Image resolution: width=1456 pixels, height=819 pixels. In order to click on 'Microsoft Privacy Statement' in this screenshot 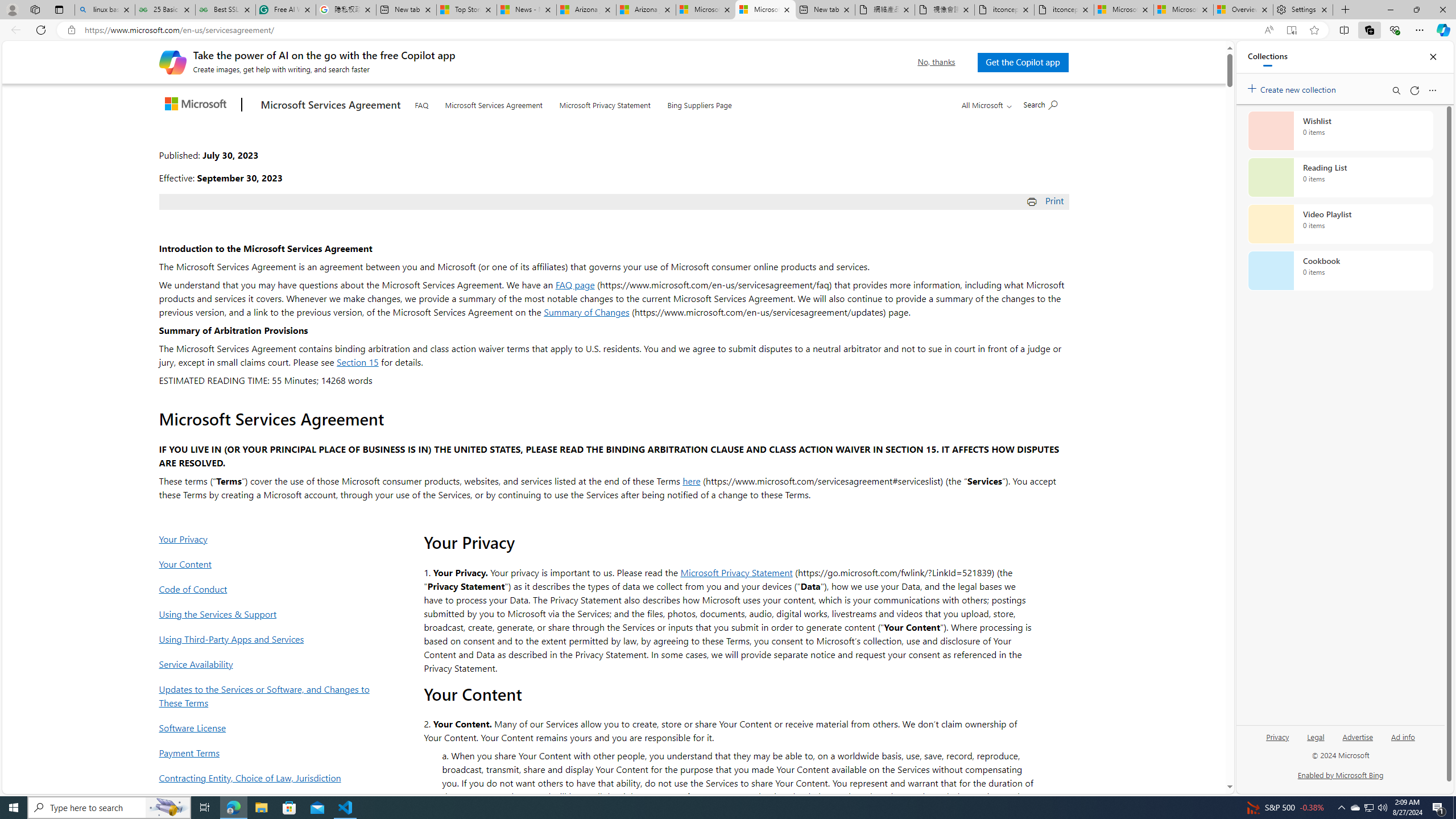, I will do `click(605, 102)`.